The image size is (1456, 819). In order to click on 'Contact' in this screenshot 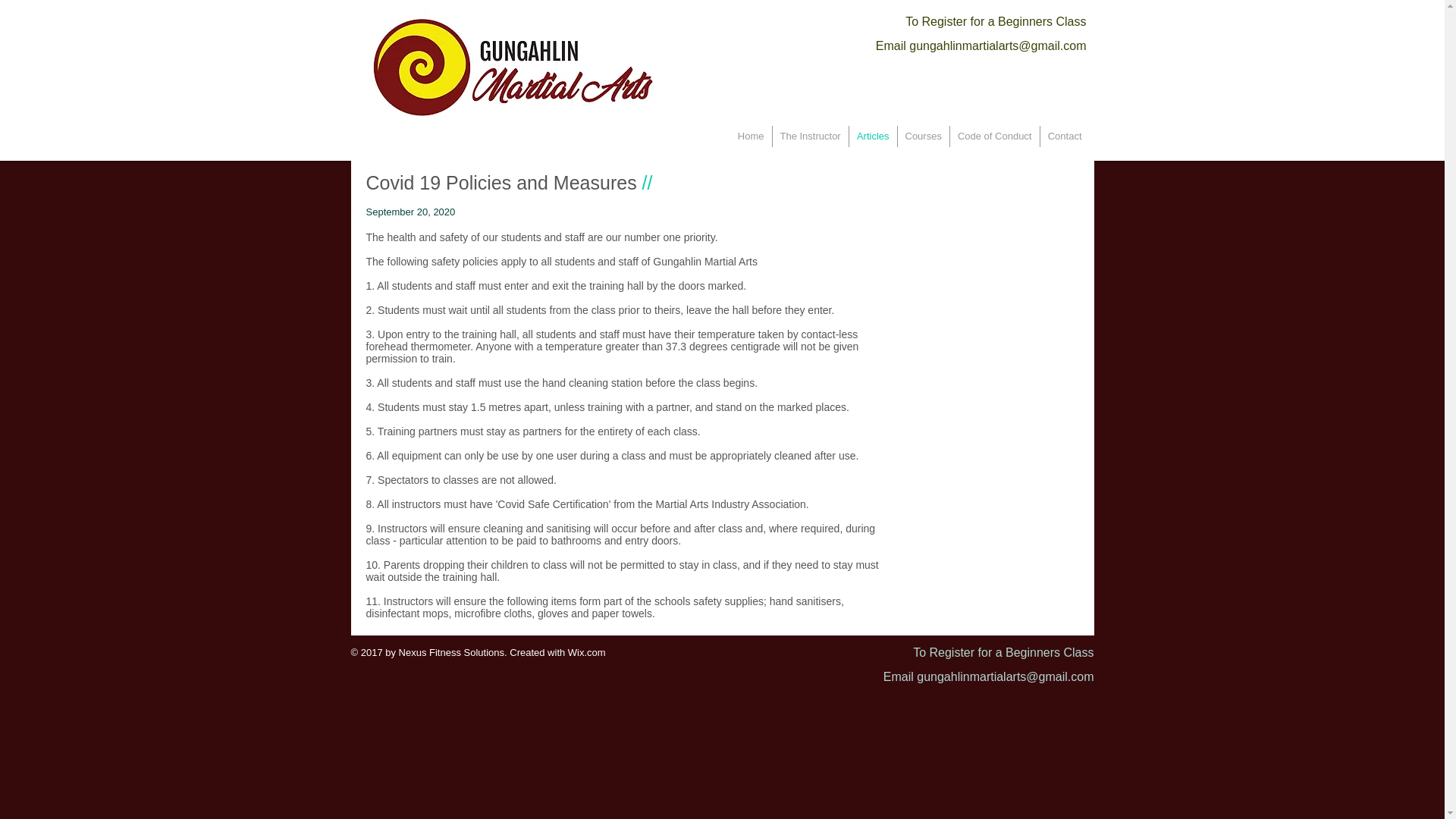, I will do `click(1064, 136)`.